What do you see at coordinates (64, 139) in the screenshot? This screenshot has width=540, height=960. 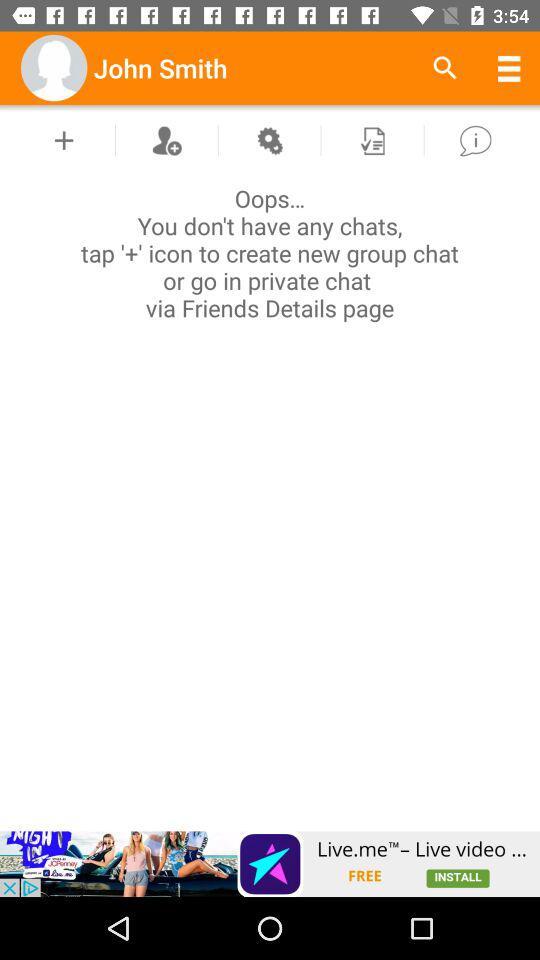 I see `new chat` at bounding box center [64, 139].